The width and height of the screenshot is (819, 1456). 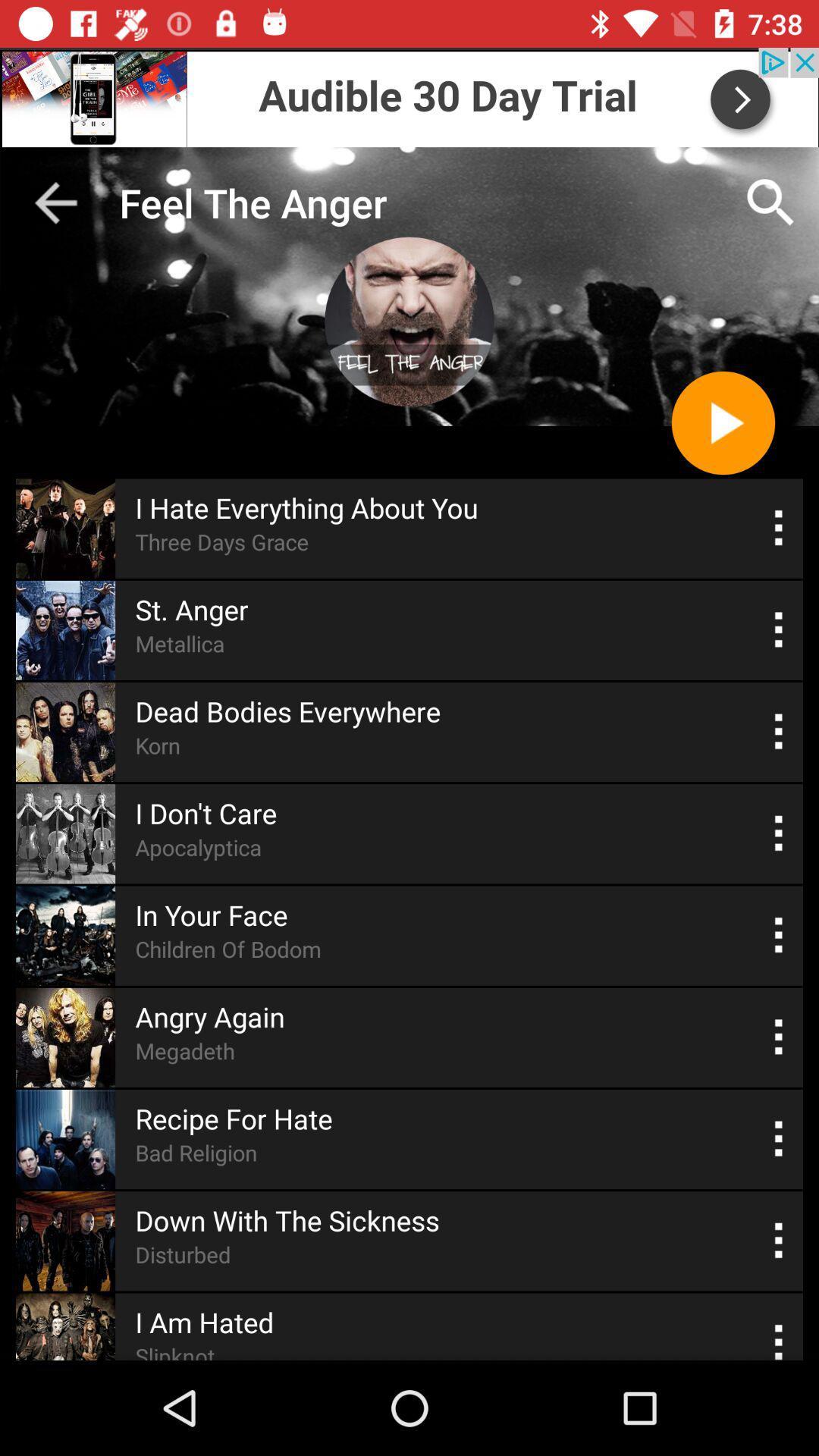 I want to click on switch auto play option, so click(x=779, y=934).